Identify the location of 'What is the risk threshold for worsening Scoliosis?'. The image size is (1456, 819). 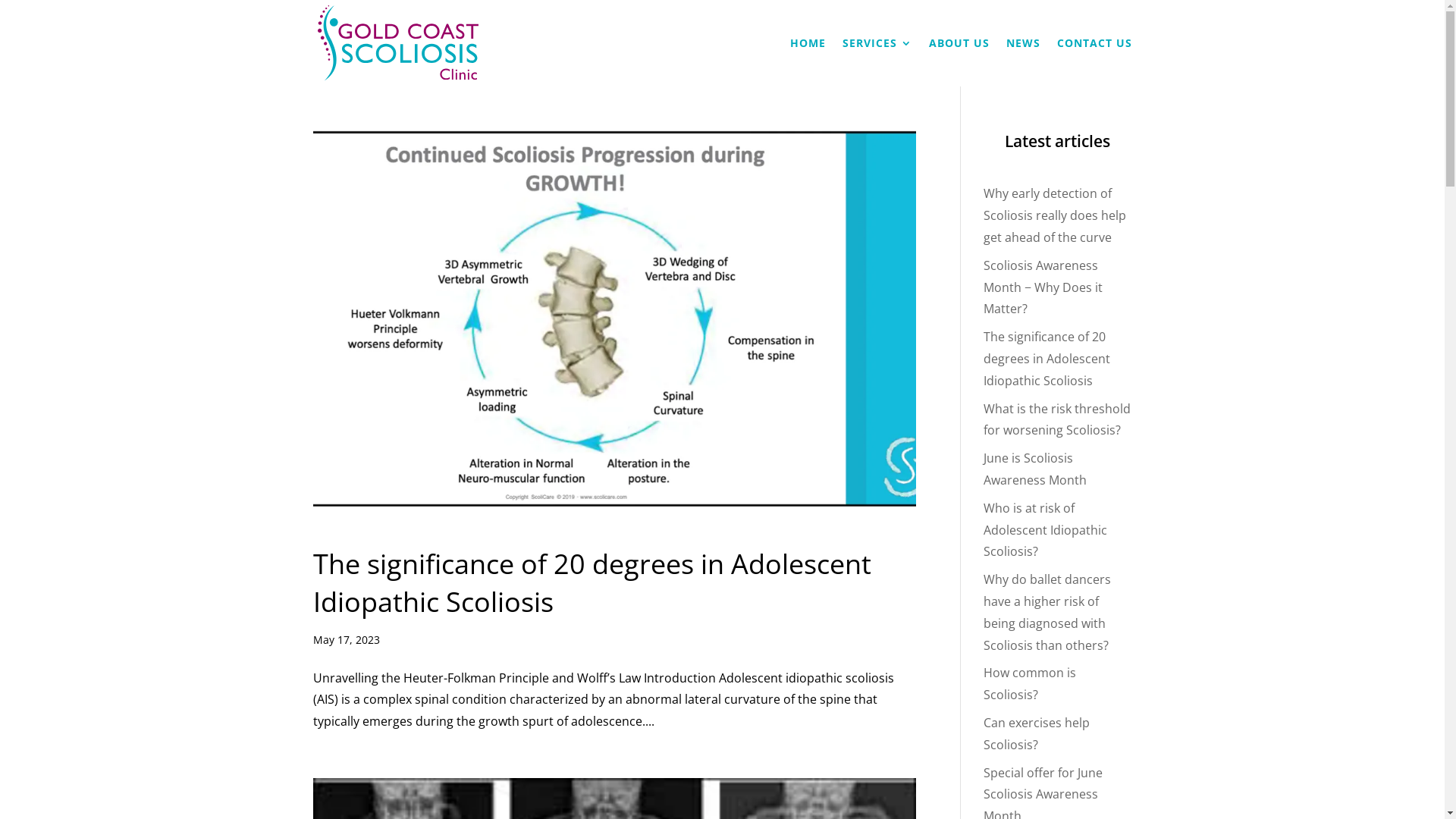
(1056, 419).